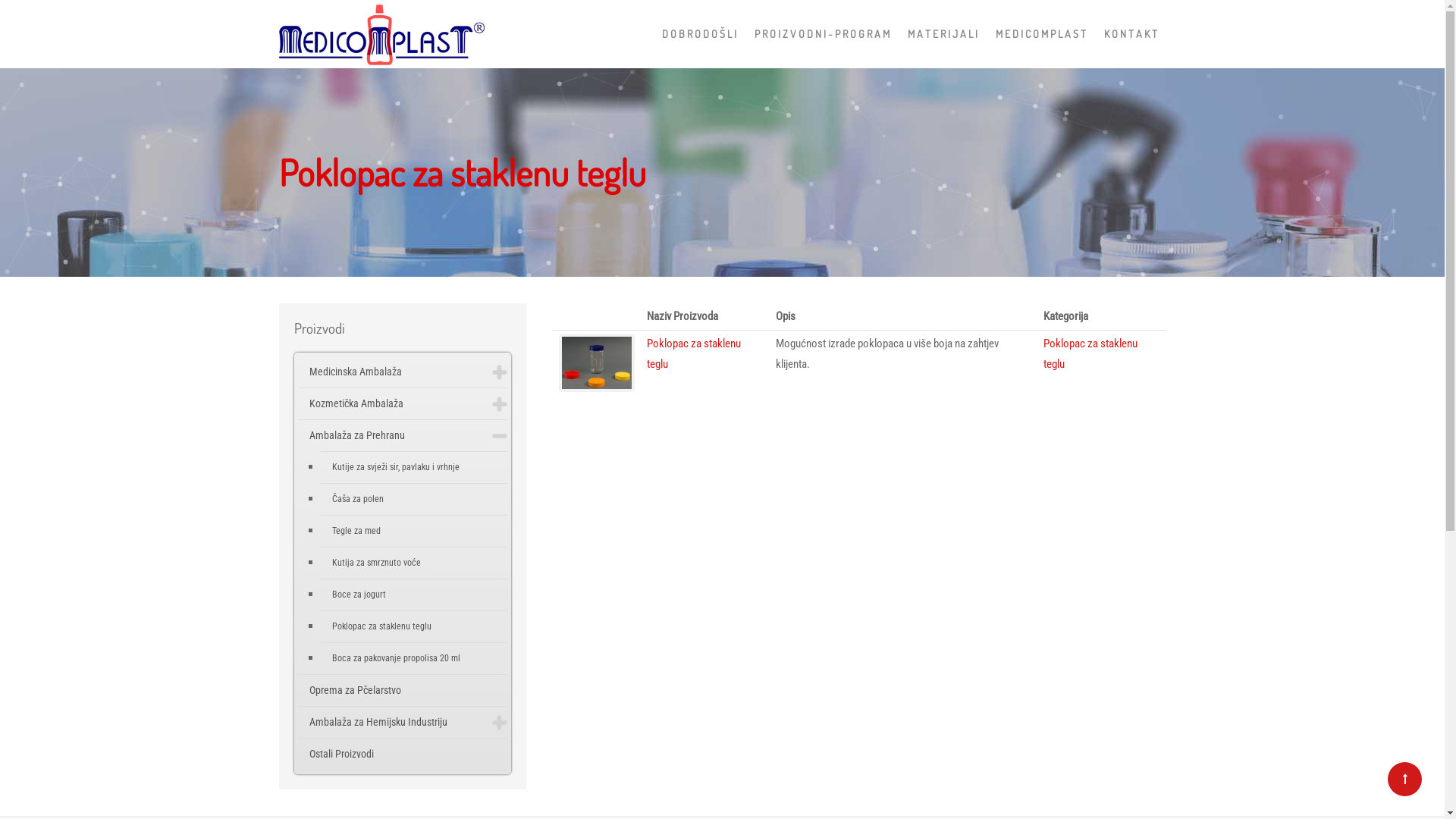 This screenshot has height=819, width=1456. What do you see at coordinates (402, 754) in the screenshot?
I see `'Ostali Proizvodi'` at bounding box center [402, 754].